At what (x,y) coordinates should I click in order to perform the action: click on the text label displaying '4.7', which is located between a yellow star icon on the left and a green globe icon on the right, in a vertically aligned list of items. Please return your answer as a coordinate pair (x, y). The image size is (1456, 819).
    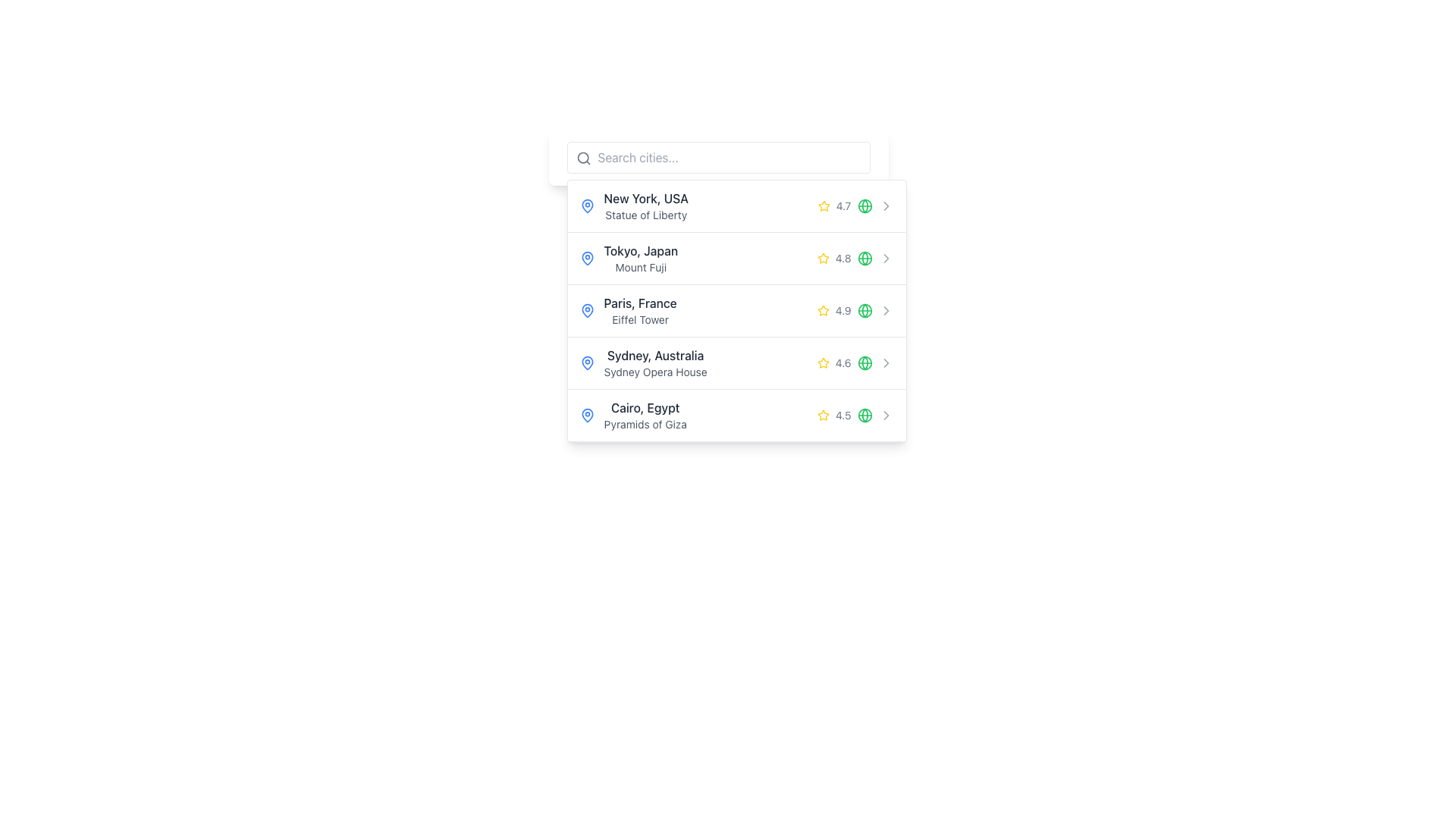
    Looking at the image, I should click on (843, 206).